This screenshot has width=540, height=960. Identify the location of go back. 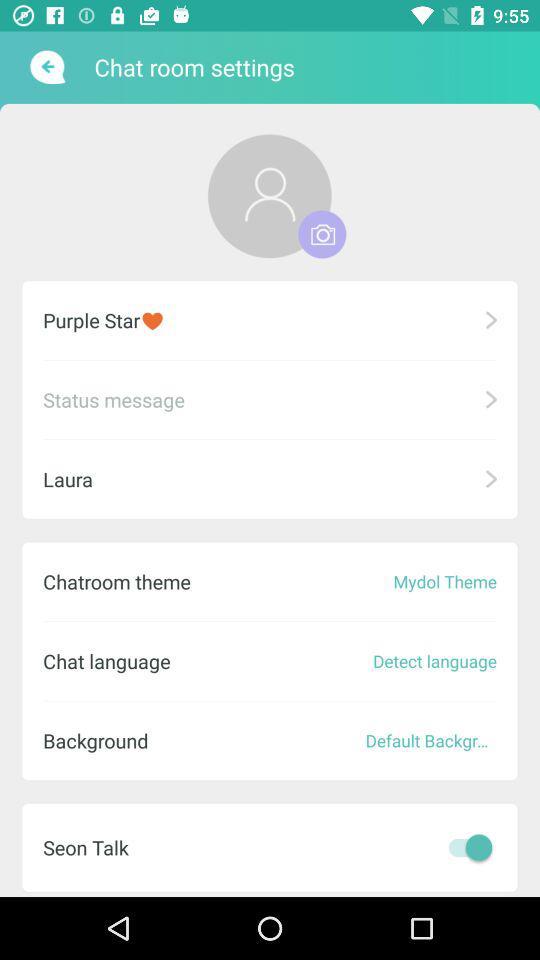
(45, 67).